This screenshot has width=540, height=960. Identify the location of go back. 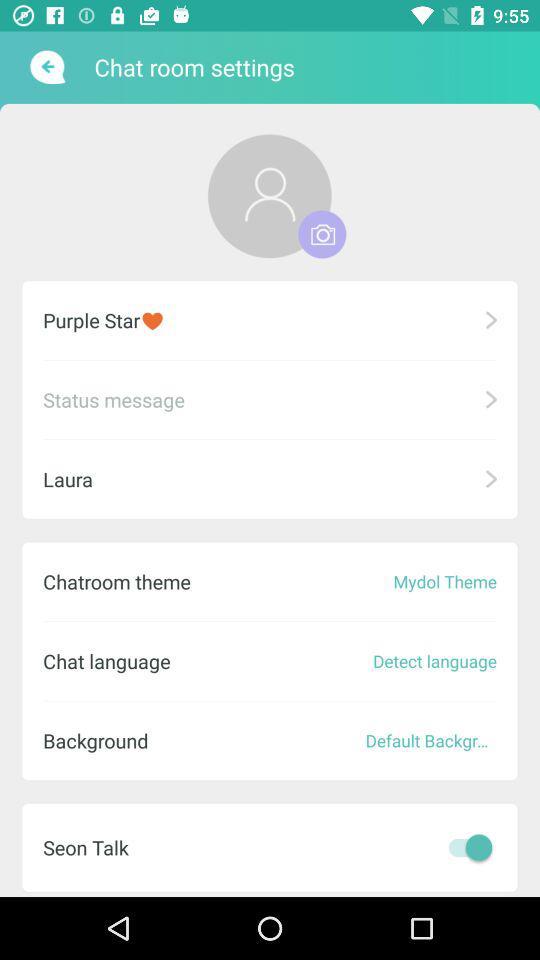
(45, 67).